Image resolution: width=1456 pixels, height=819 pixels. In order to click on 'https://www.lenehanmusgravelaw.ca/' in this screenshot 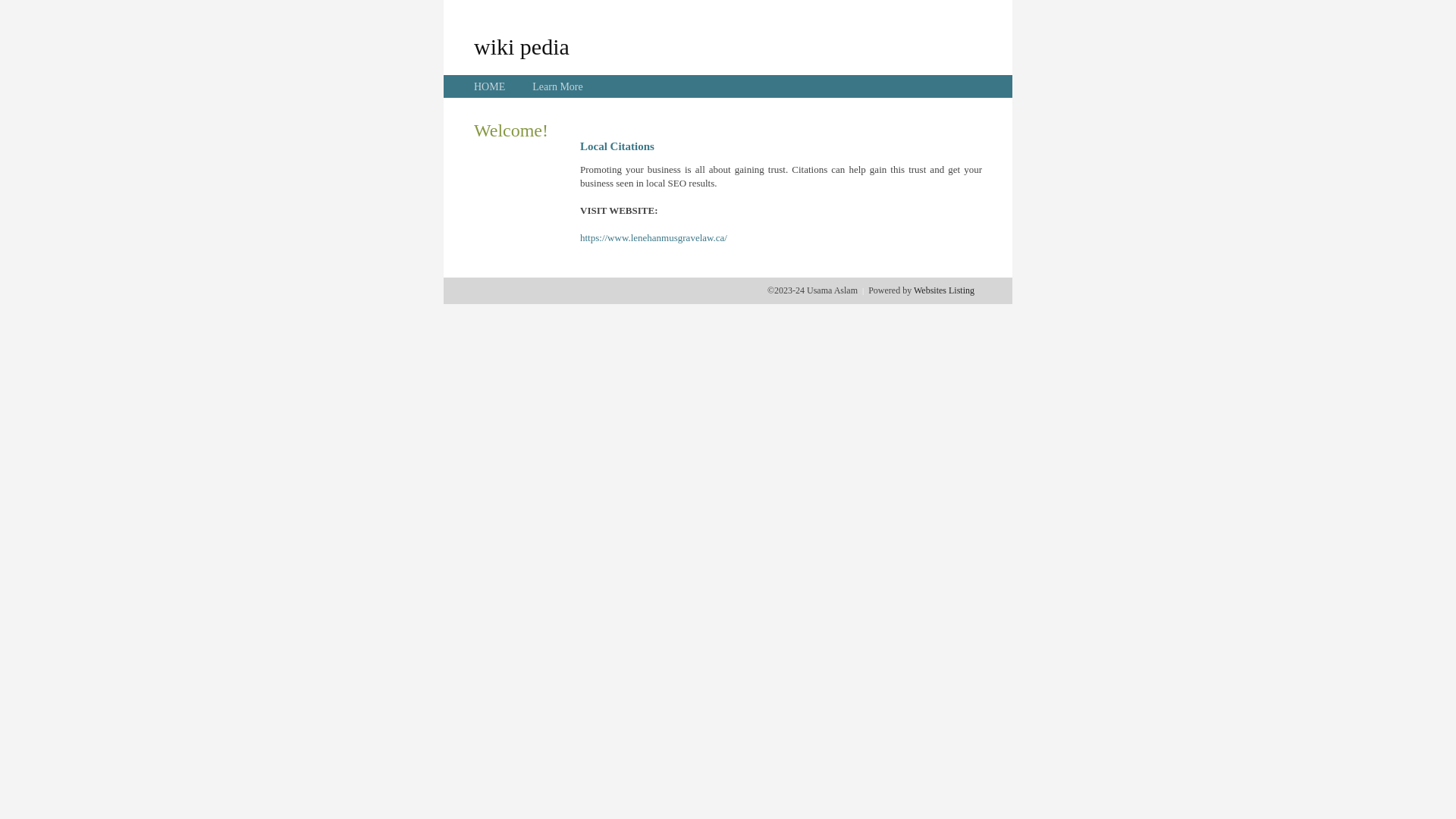, I will do `click(654, 237)`.